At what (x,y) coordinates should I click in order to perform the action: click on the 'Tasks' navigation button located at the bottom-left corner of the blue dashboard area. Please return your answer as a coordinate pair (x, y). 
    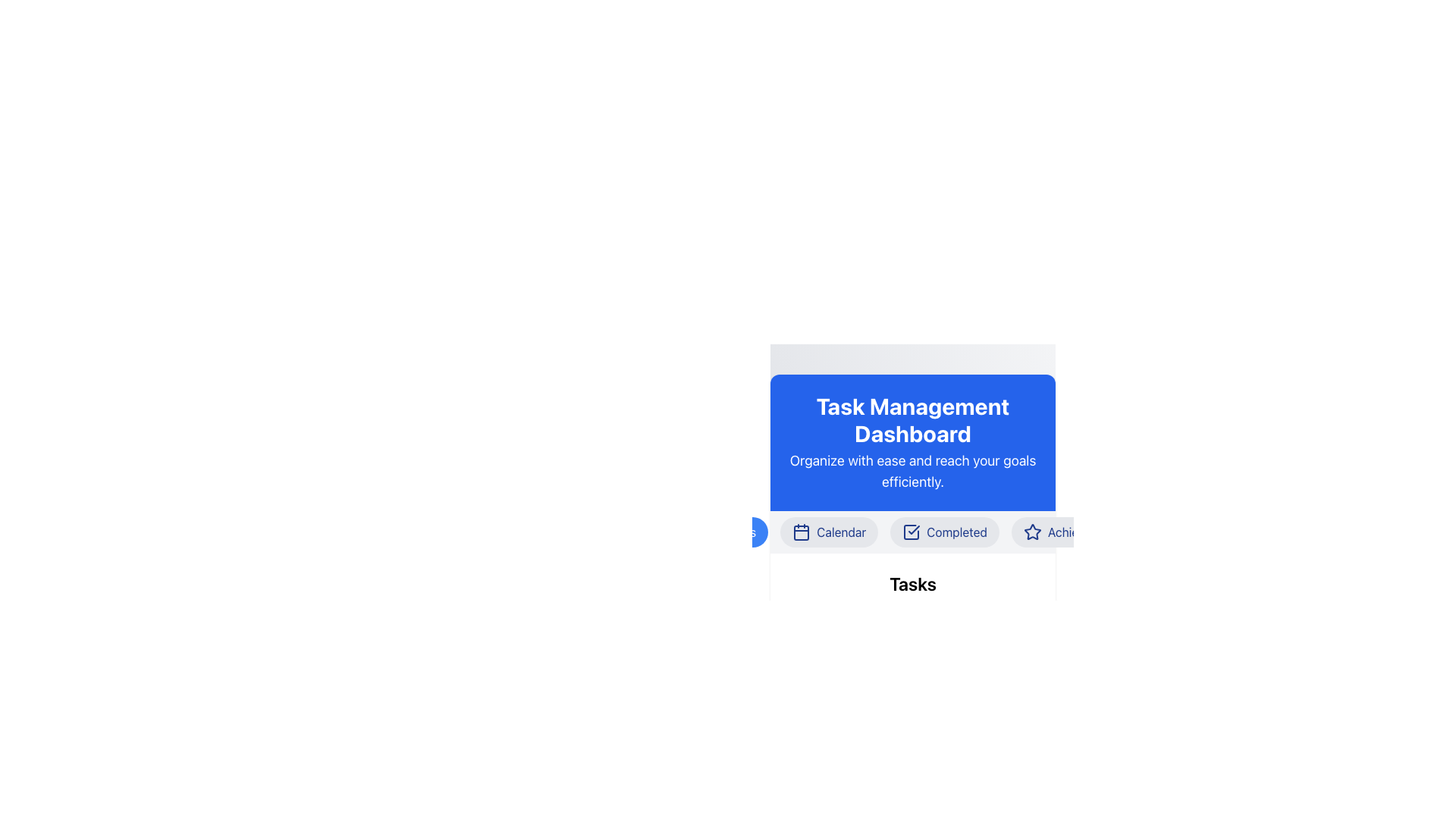
    Looking at the image, I should click on (740, 532).